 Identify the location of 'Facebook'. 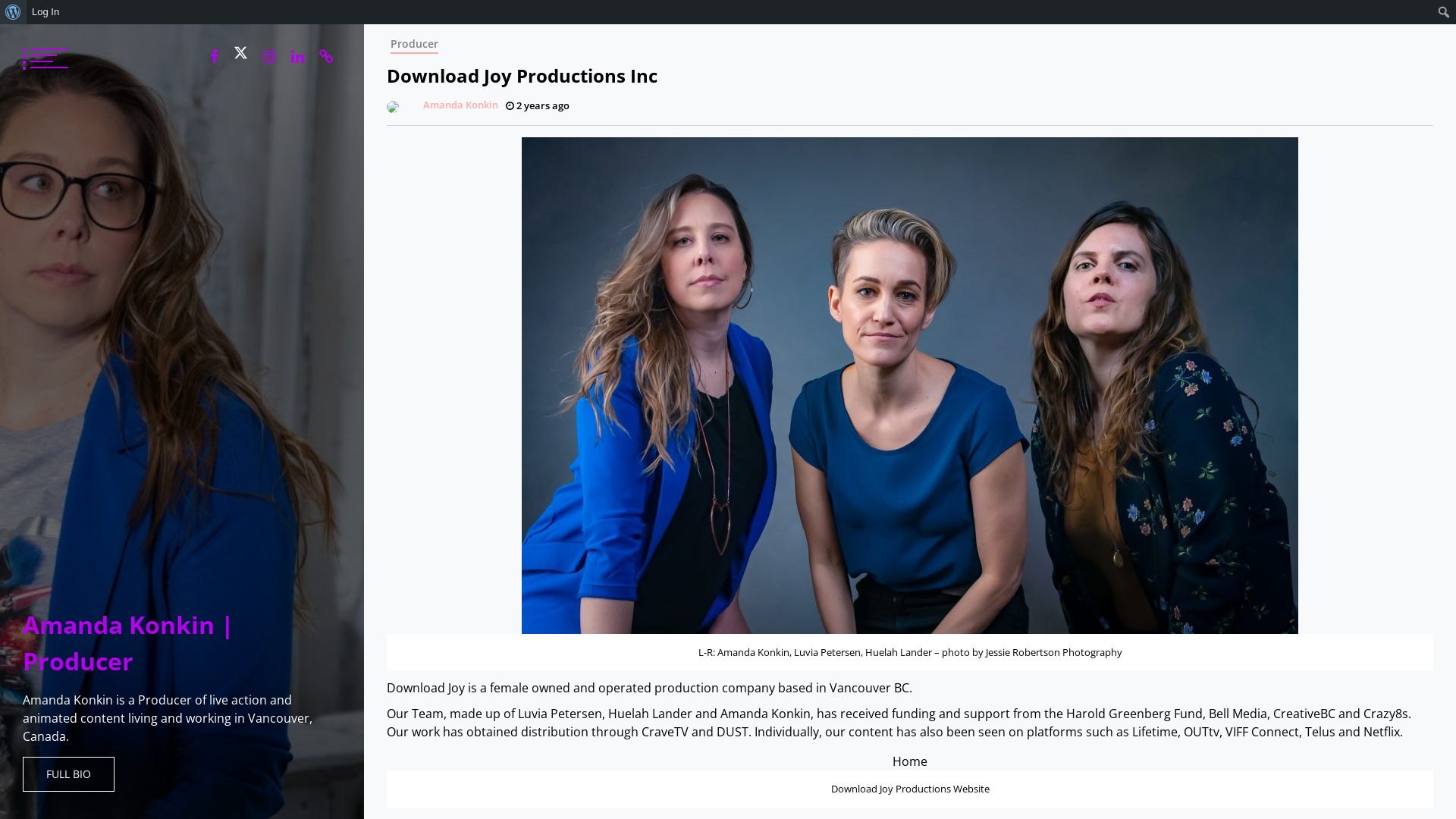
(202, 55).